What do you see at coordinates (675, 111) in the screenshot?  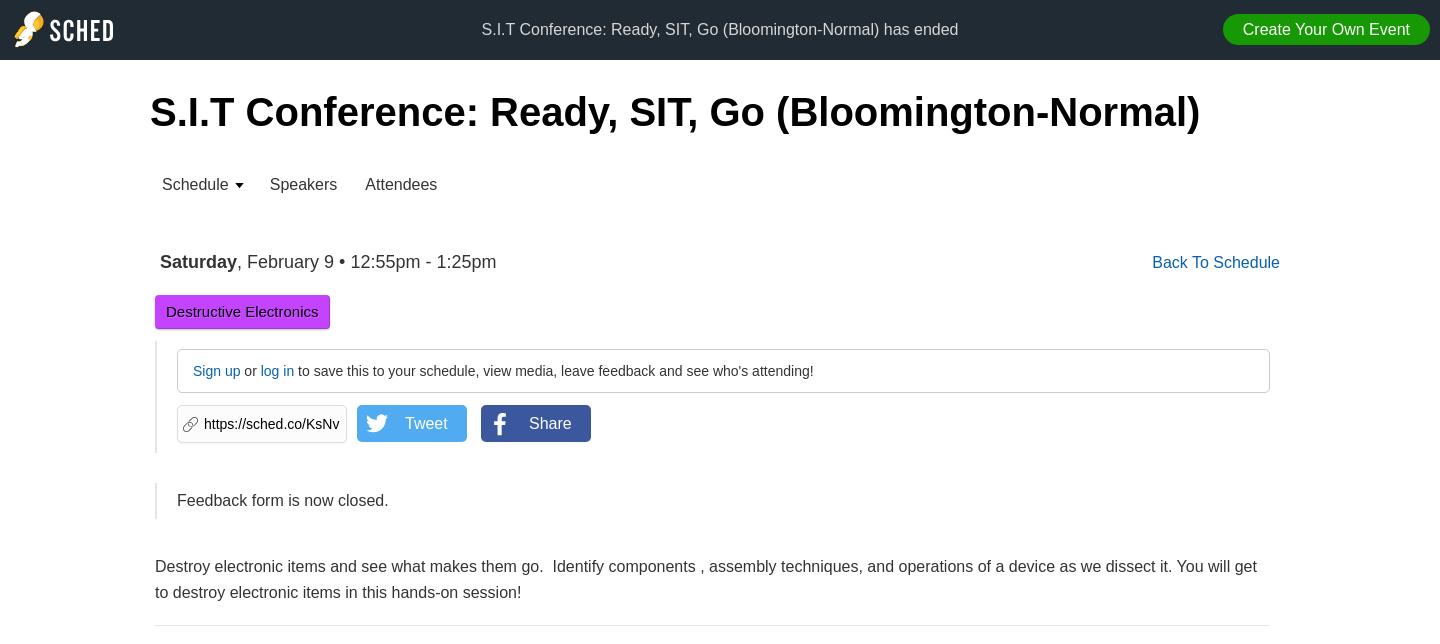 I see `'S.I.T Conference: Ready, SIT, Go (Bloomington-Normal)'` at bounding box center [675, 111].